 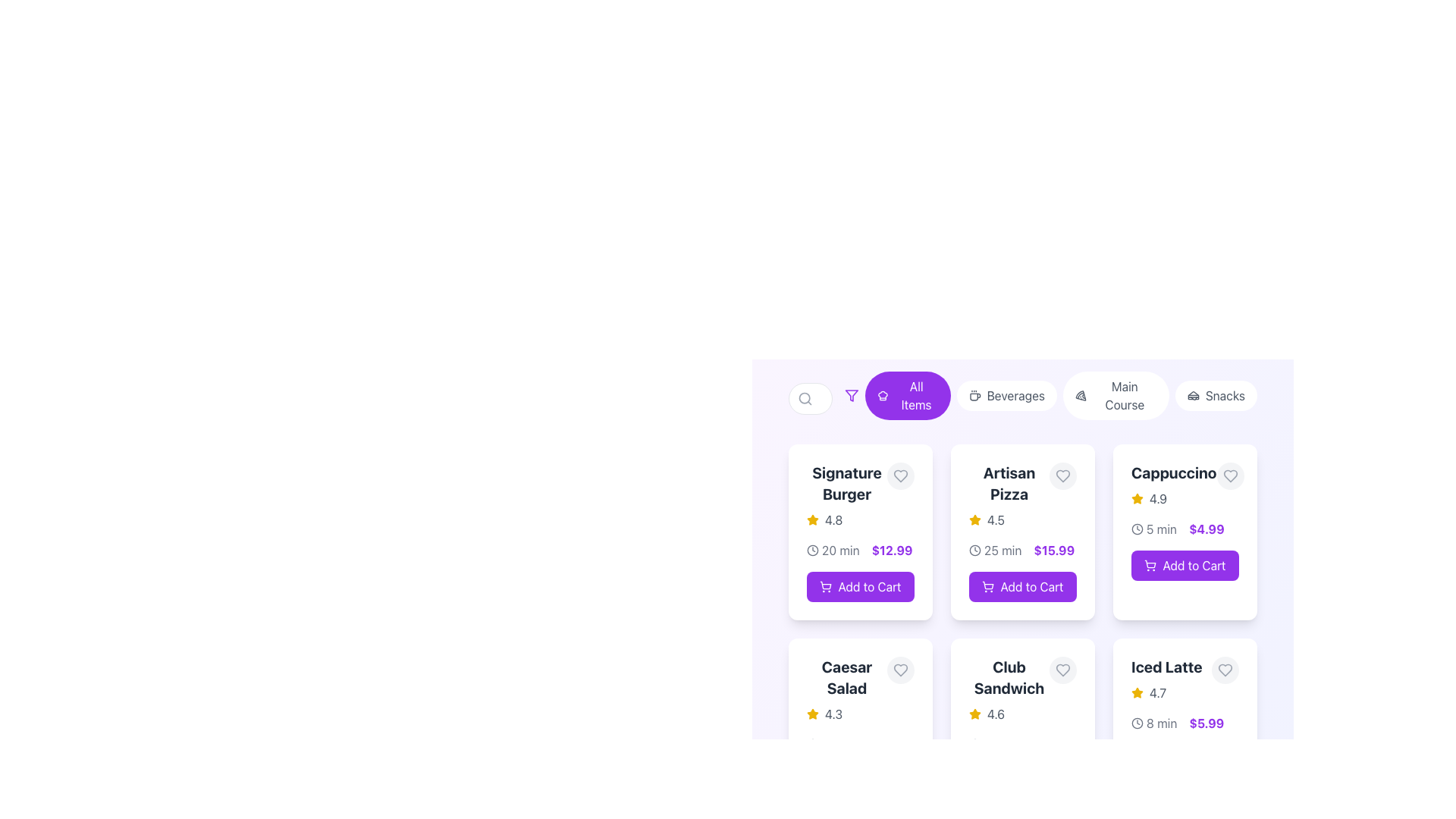 I want to click on the button located at the bottom of the 'Signature Burger' card, so click(x=860, y=586).